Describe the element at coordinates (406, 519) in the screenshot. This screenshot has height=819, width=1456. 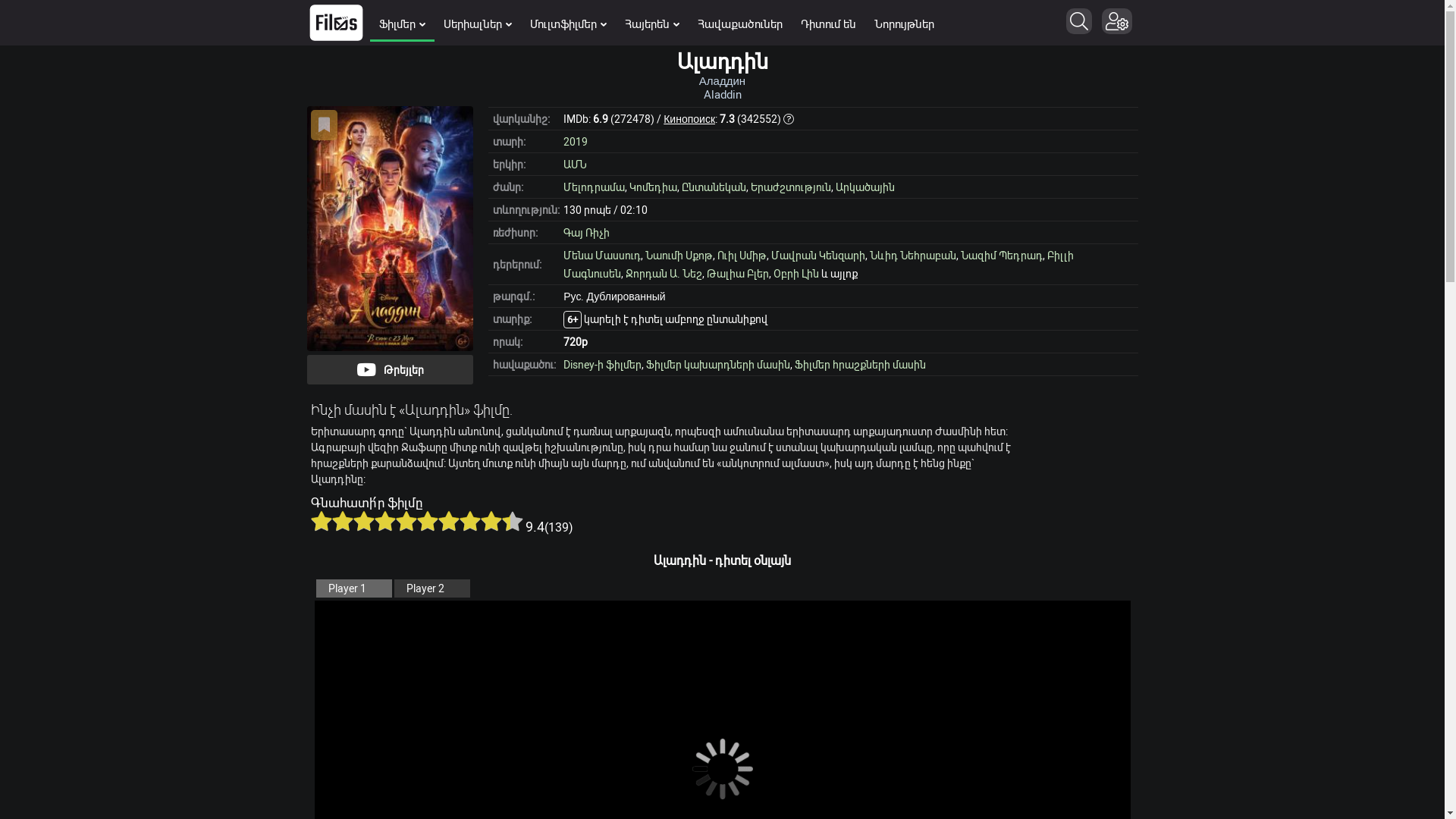
I see `'5'` at that location.